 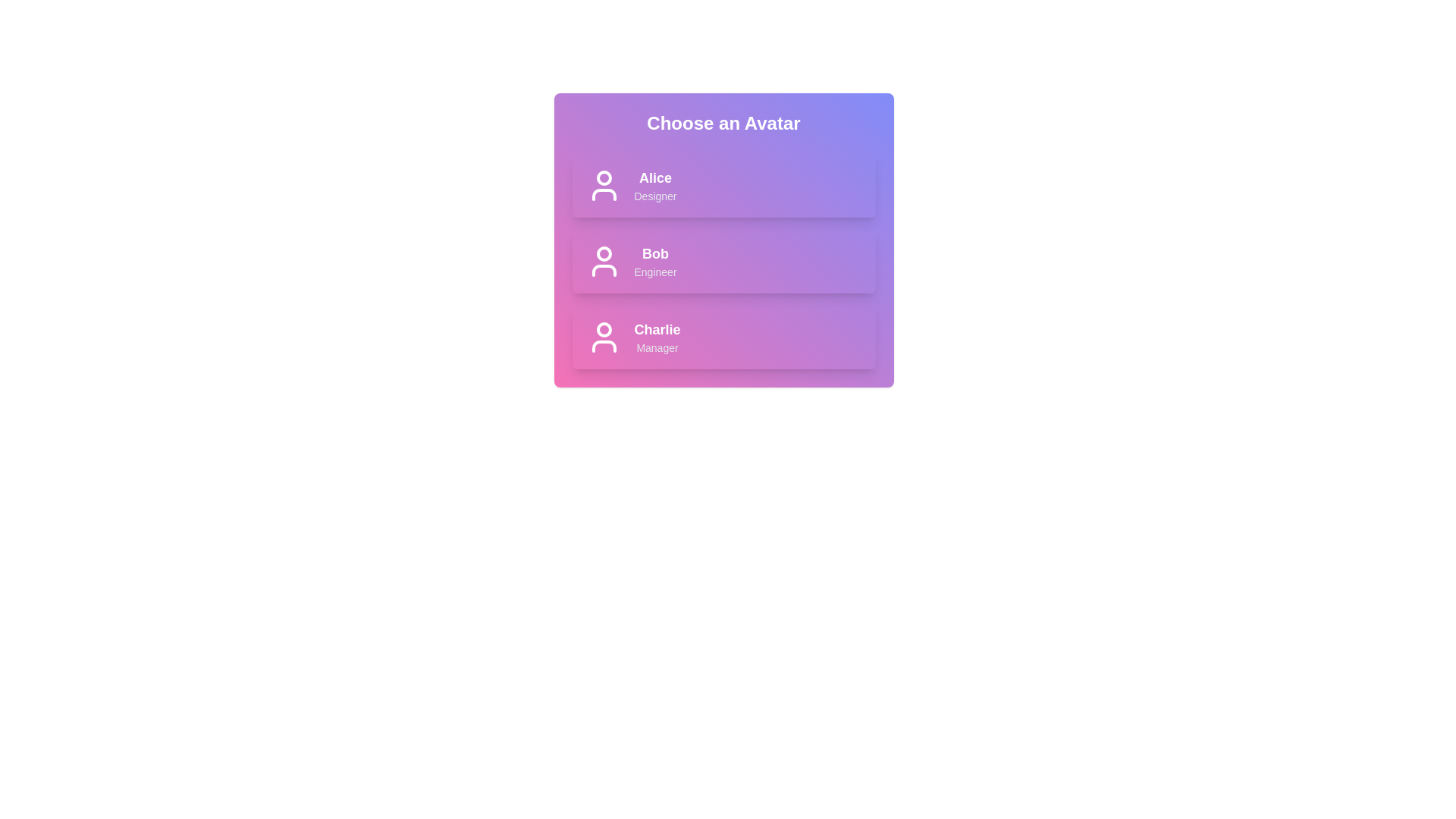 What do you see at coordinates (603, 177) in the screenshot?
I see `the circular graphic element representing the head in the user icon located above the text 'Alice' in the user selection box` at bounding box center [603, 177].